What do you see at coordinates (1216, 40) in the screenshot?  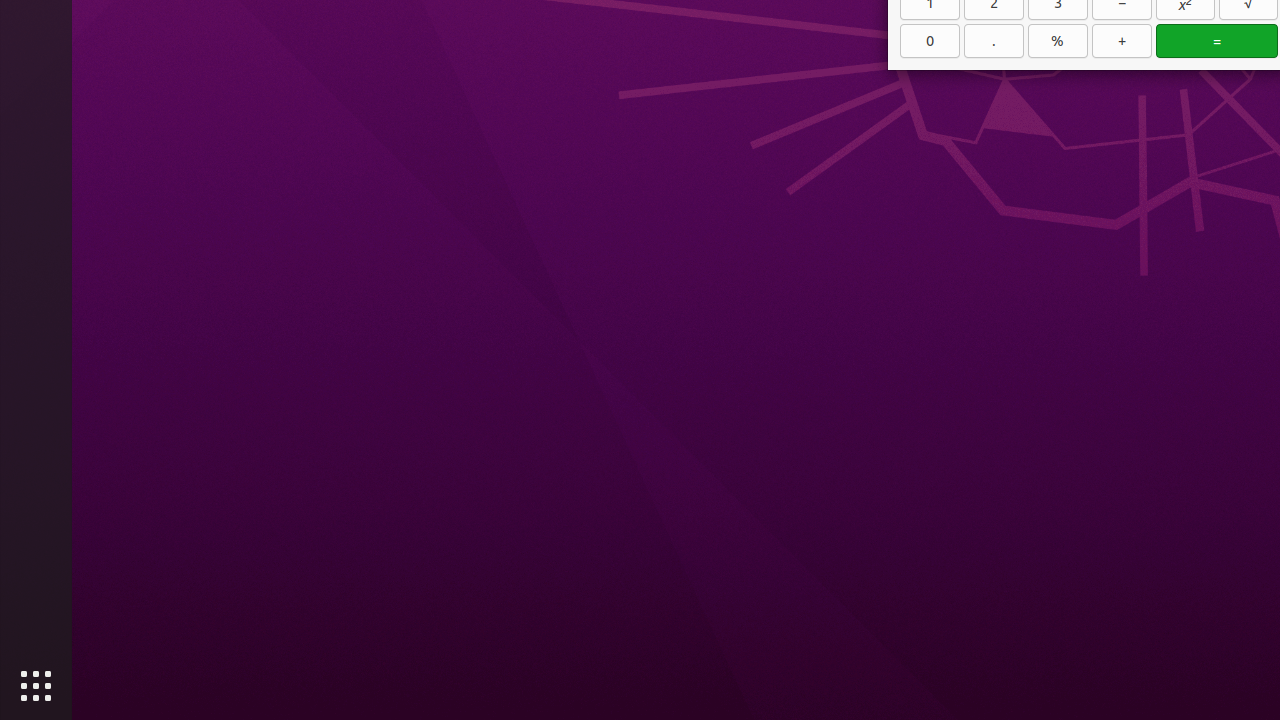 I see `'='` at bounding box center [1216, 40].